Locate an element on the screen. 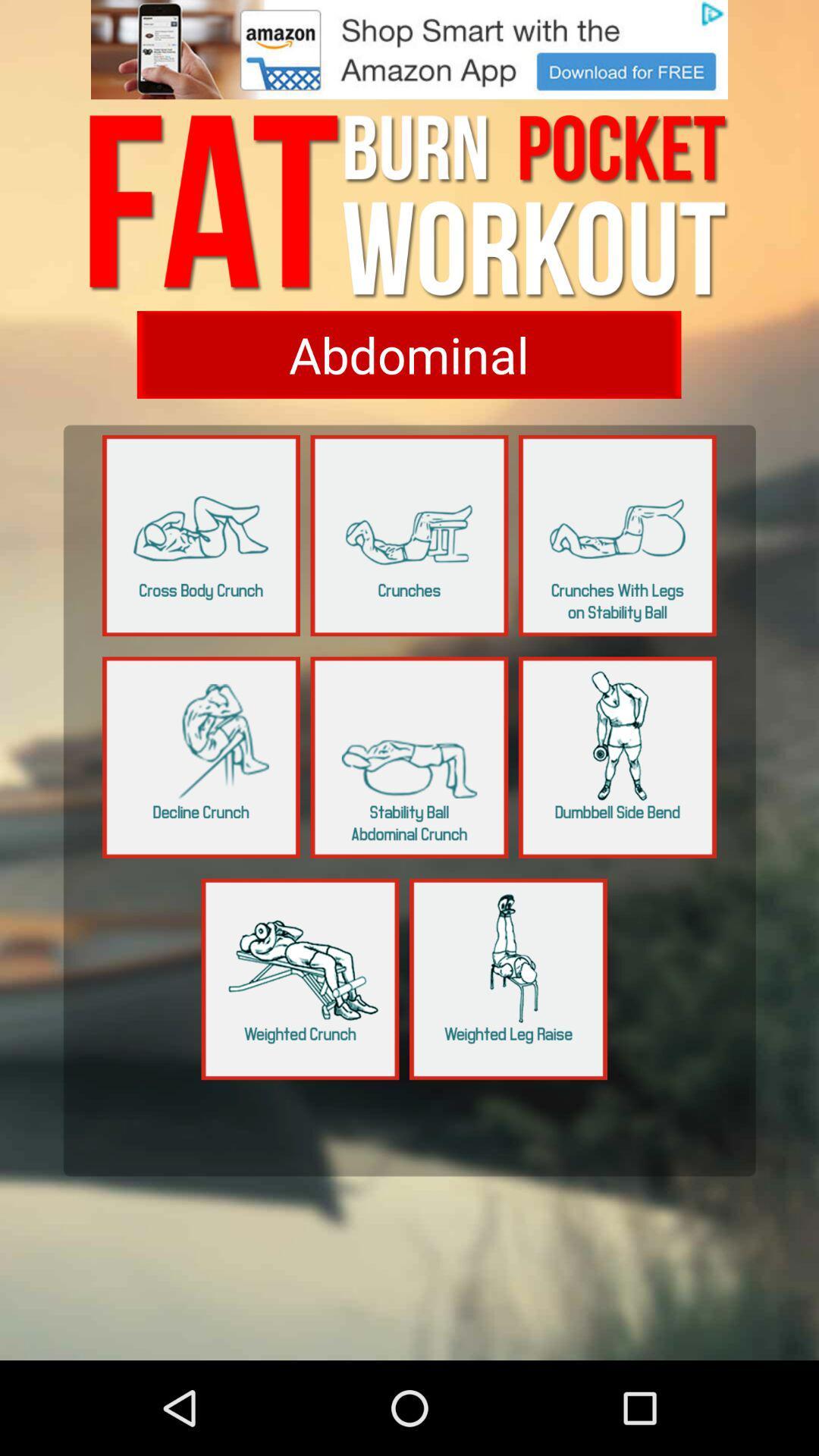  click exercise box weighted crunch is located at coordinates (300, 979).